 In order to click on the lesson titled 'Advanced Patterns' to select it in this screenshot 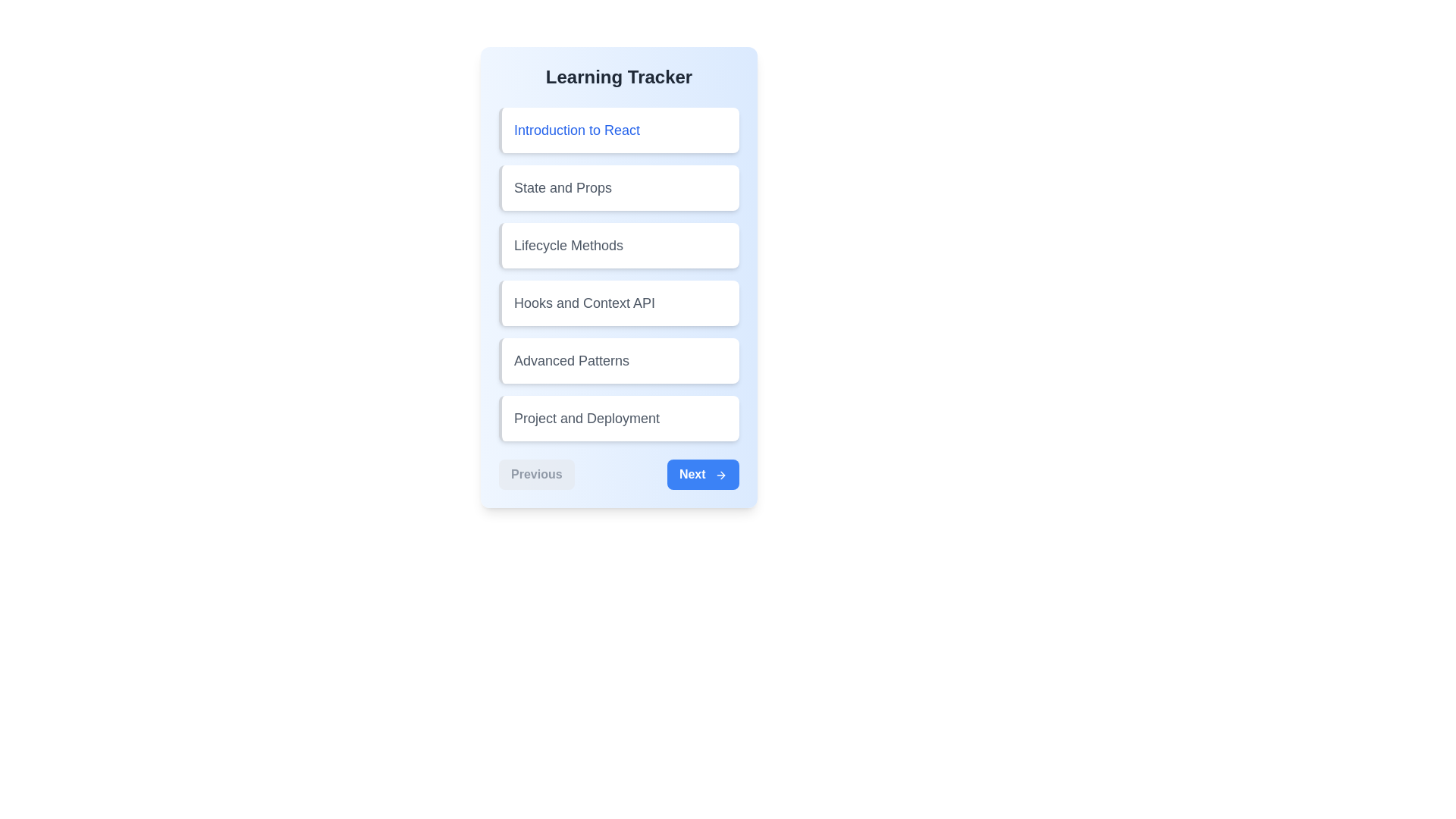, I will do `click(619, 360)`.